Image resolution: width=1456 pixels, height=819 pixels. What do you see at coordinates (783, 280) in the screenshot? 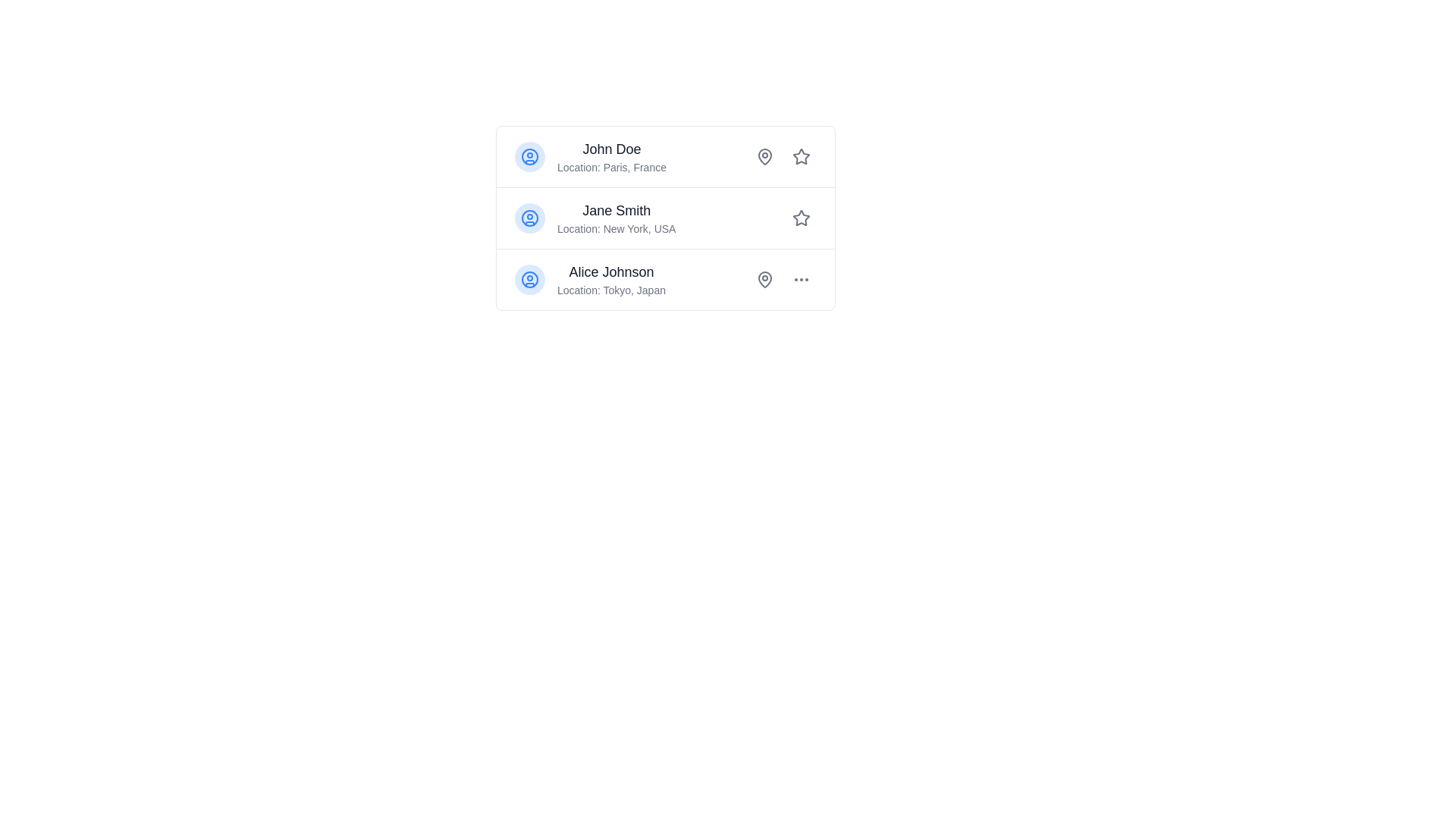
I see `the compound element associated with user 'Alice Johnson'` at bounding box center [783, 280].